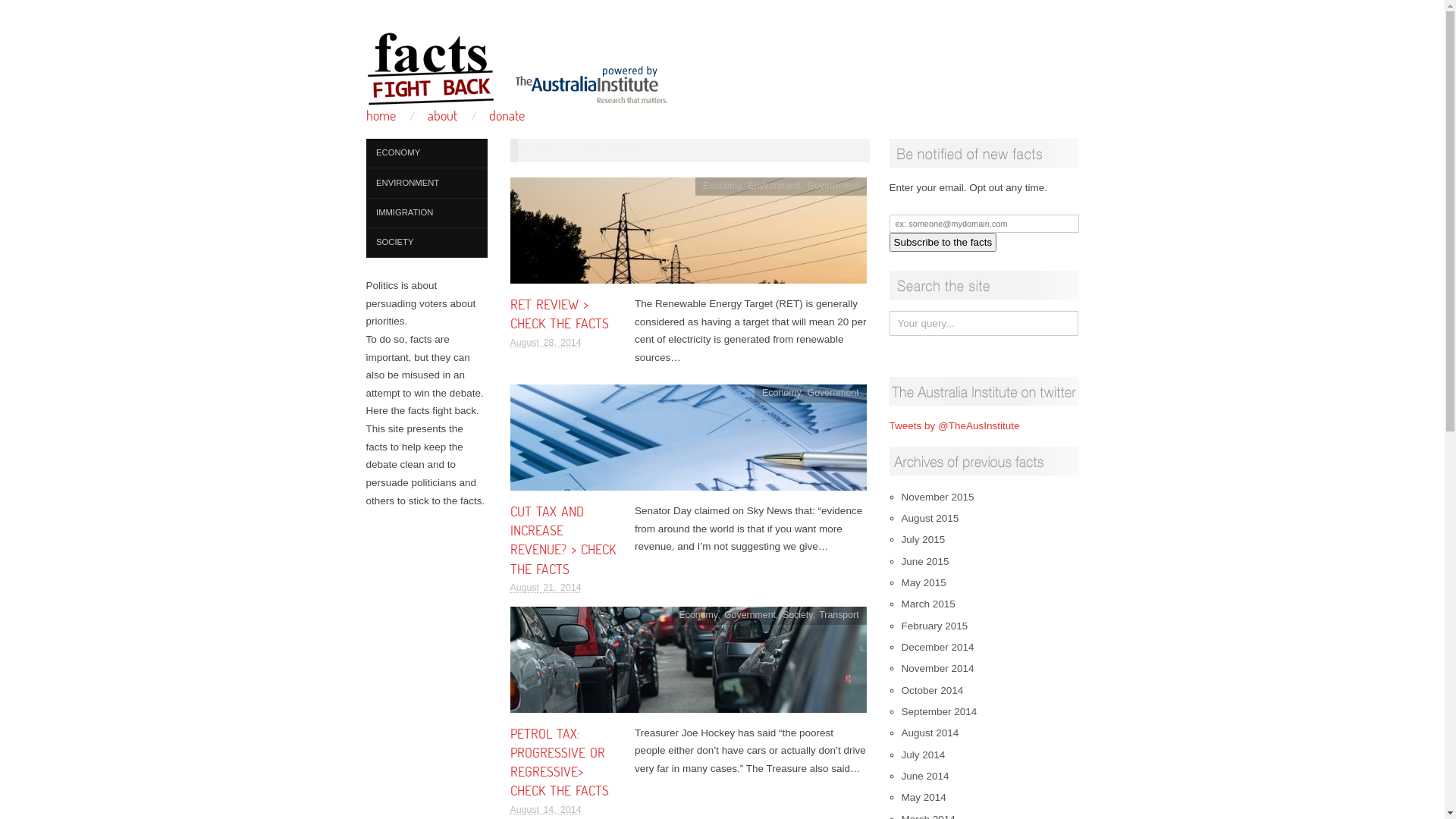  I want to click on 'donate', so click(507, 114).